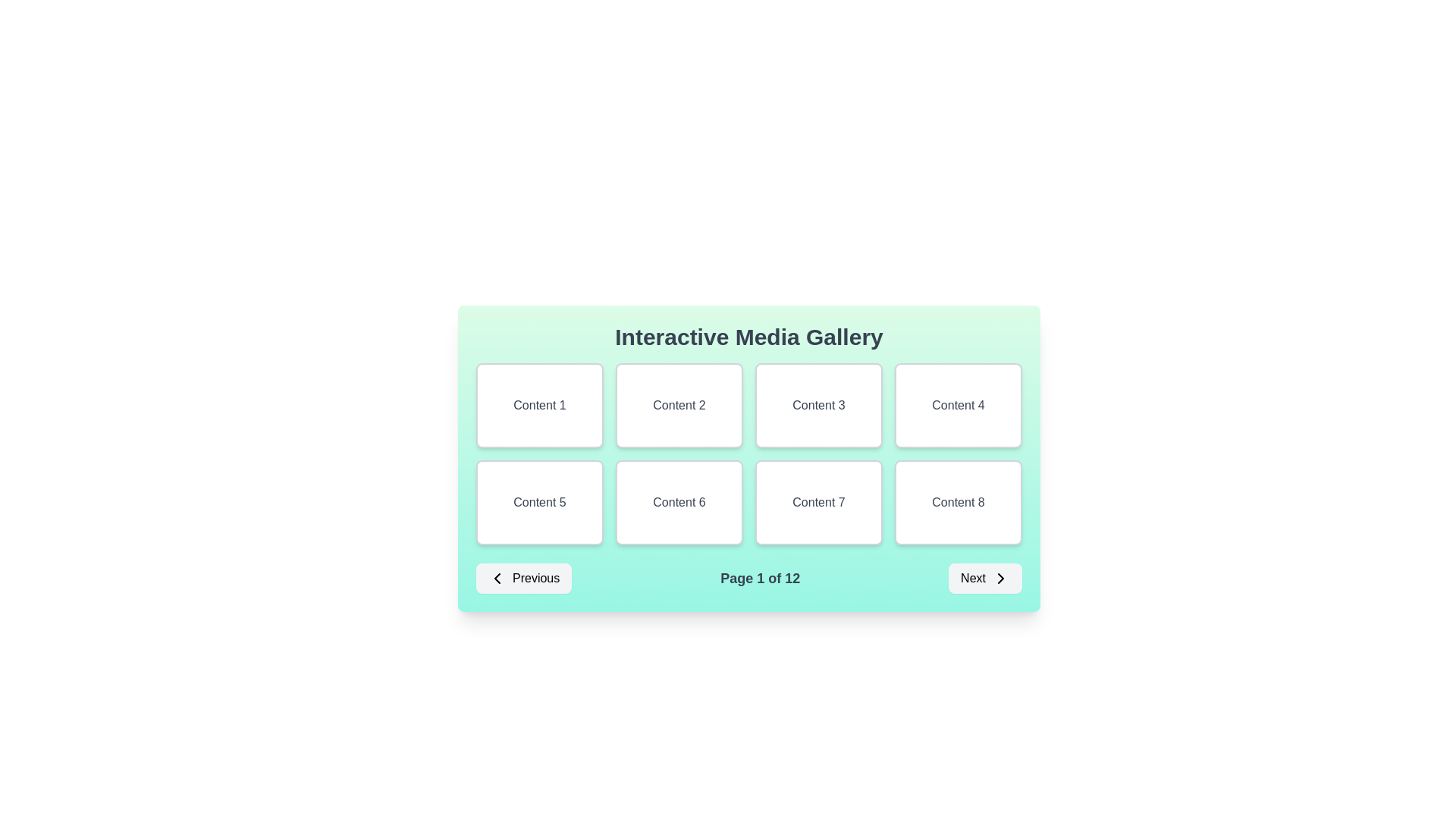  What do you see at coordinates (957, 503) in the screenshot?
I see `the static content box element labeled 'Content 8', which is a rectangular white box with gray text, positioned in the second row and fourth column of a 2-row grid layout` at bounding box center [957, 503].